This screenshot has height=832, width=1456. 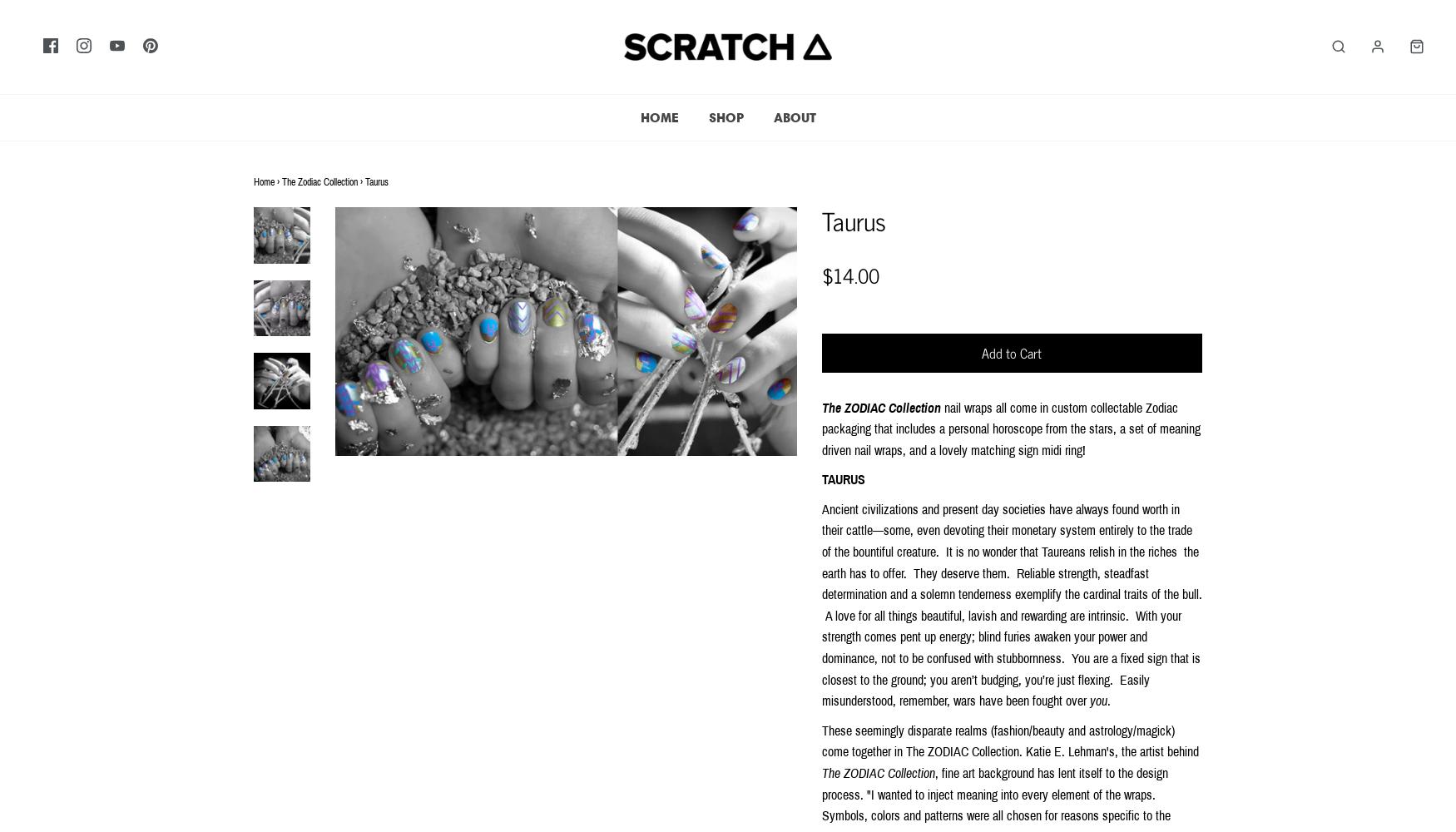 What do you see at coordinates (1151, 751) in the screenshot?
I see `''s, the artist behind'` at bounding box center [1151, 751].